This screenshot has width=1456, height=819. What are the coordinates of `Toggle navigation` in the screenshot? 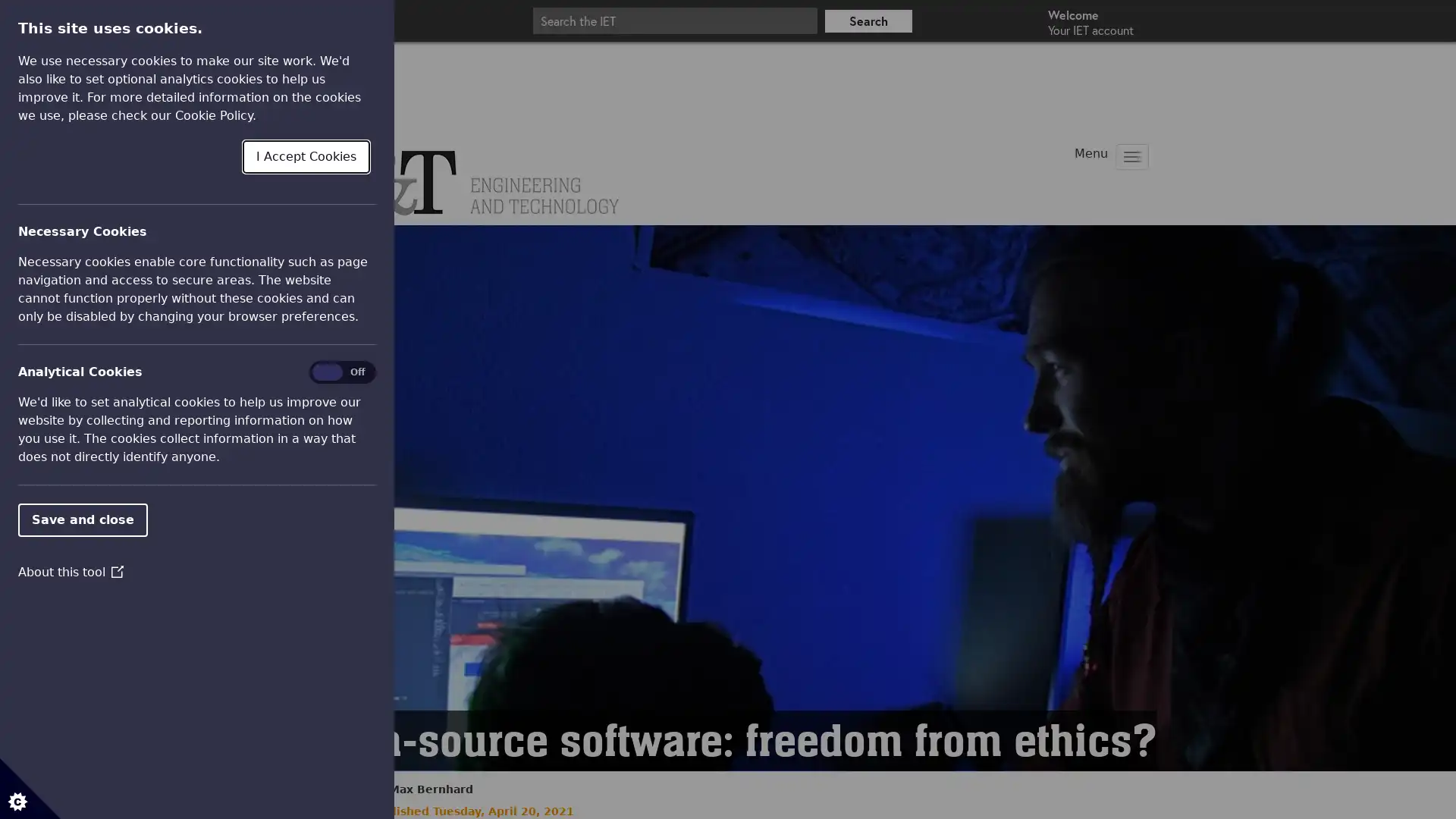 It's located at (1131, 157).